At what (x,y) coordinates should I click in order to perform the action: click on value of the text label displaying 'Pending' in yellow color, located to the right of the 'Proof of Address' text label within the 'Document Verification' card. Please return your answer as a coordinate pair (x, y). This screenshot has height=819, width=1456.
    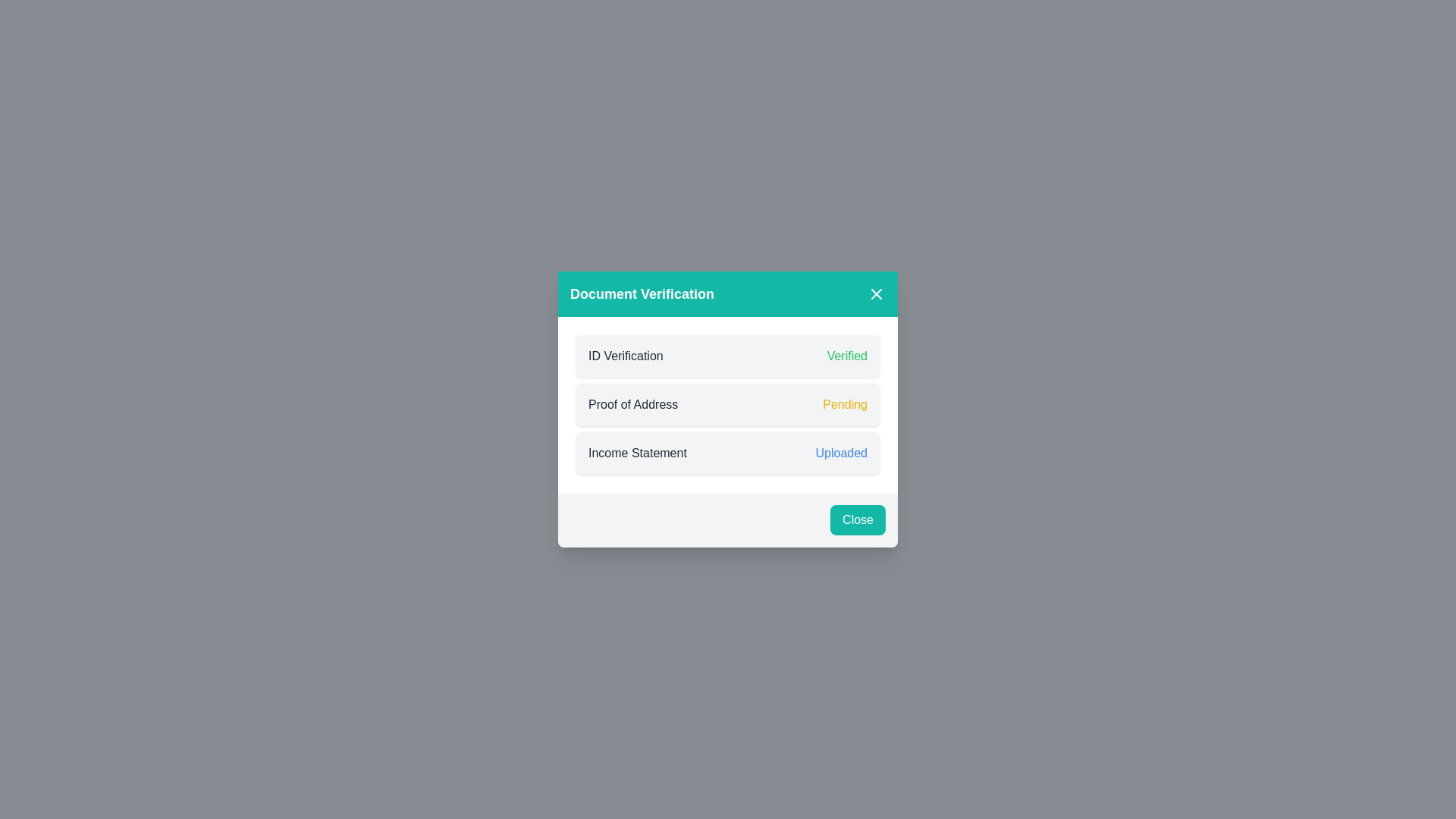
    Looking at the image, I should click on (844, 403).